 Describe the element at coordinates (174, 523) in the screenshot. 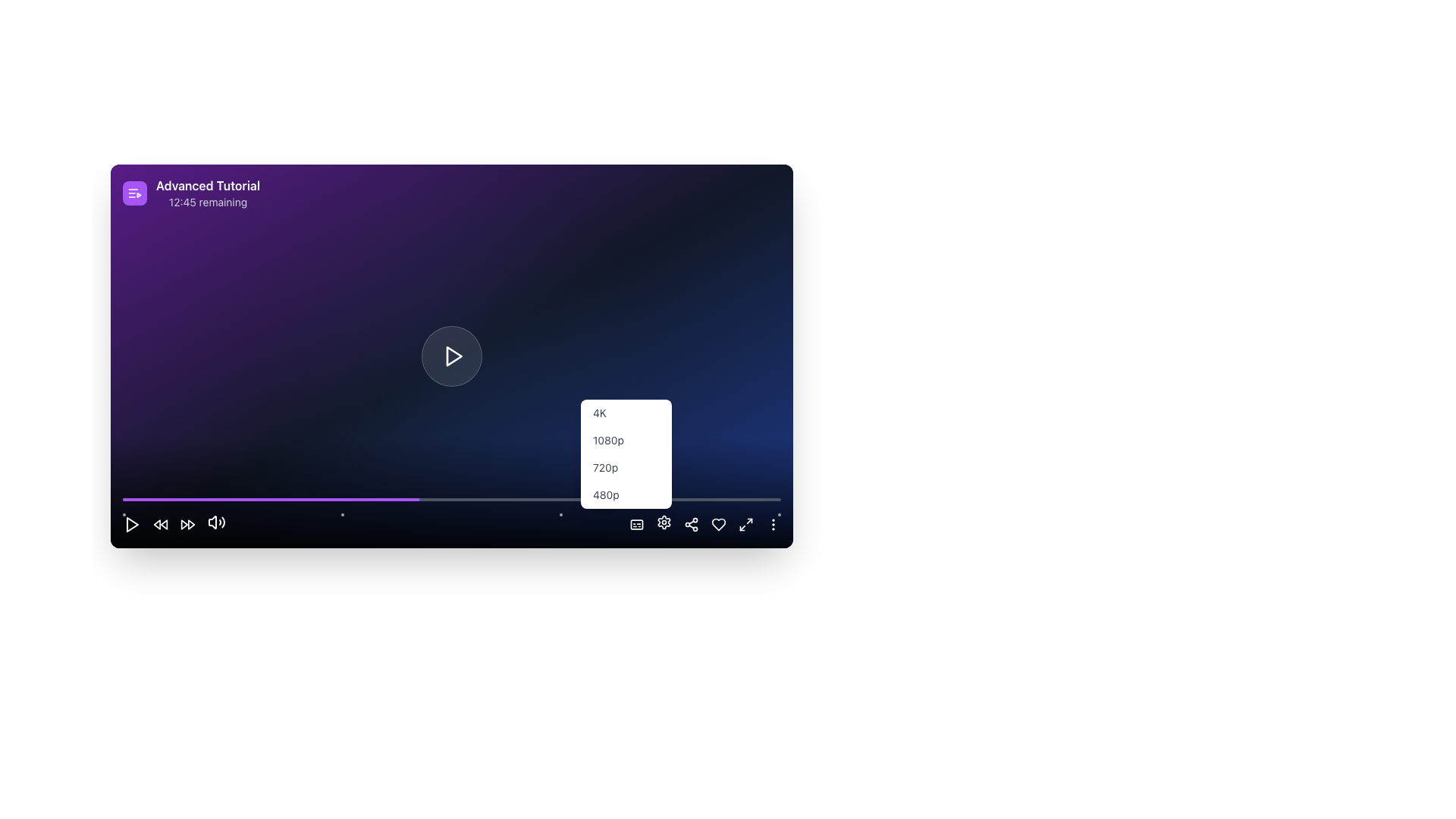

I see `the second circular button from the left in the row of control buttons located at the bottom left corner of the interface` at that location.